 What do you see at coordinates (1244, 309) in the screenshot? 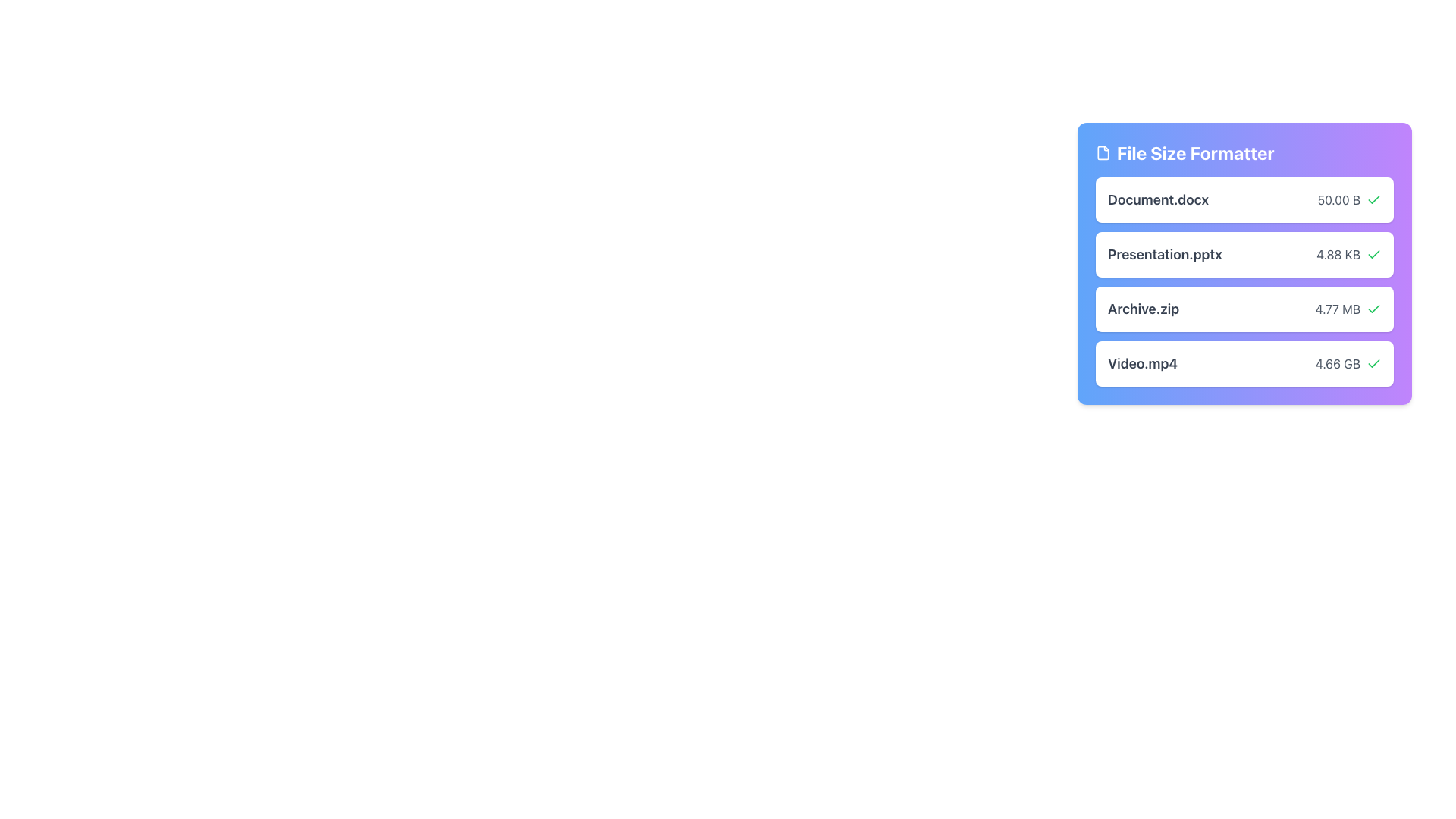
I see `the third card labeled 'Archive.zip'` at bounding box center [1244, 309].